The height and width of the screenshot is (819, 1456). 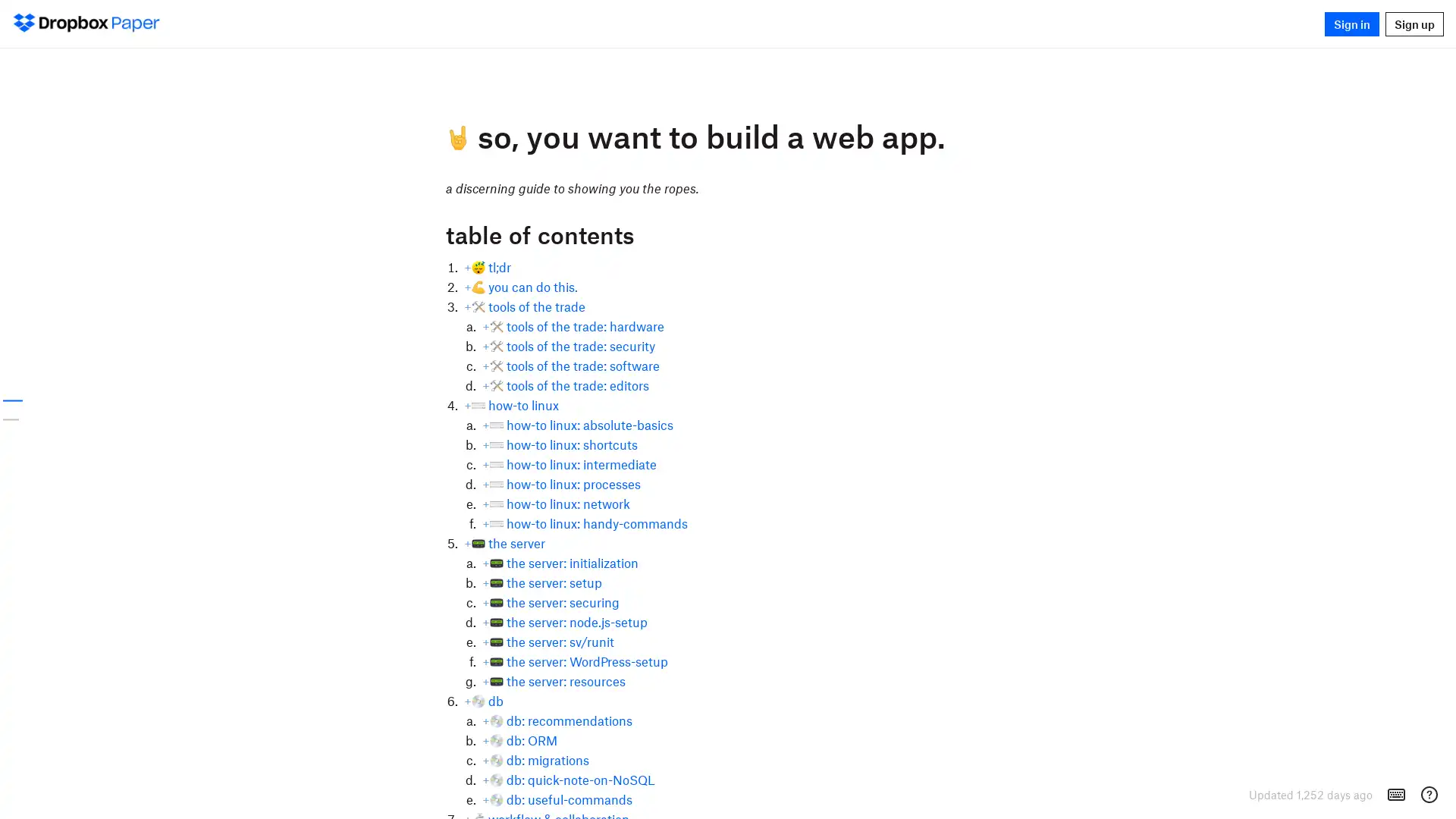 What do you see at coordinates (1396, 794) in the screenshot?
I see `Keyboard shortcuts` at bounding box center [1396, 794].